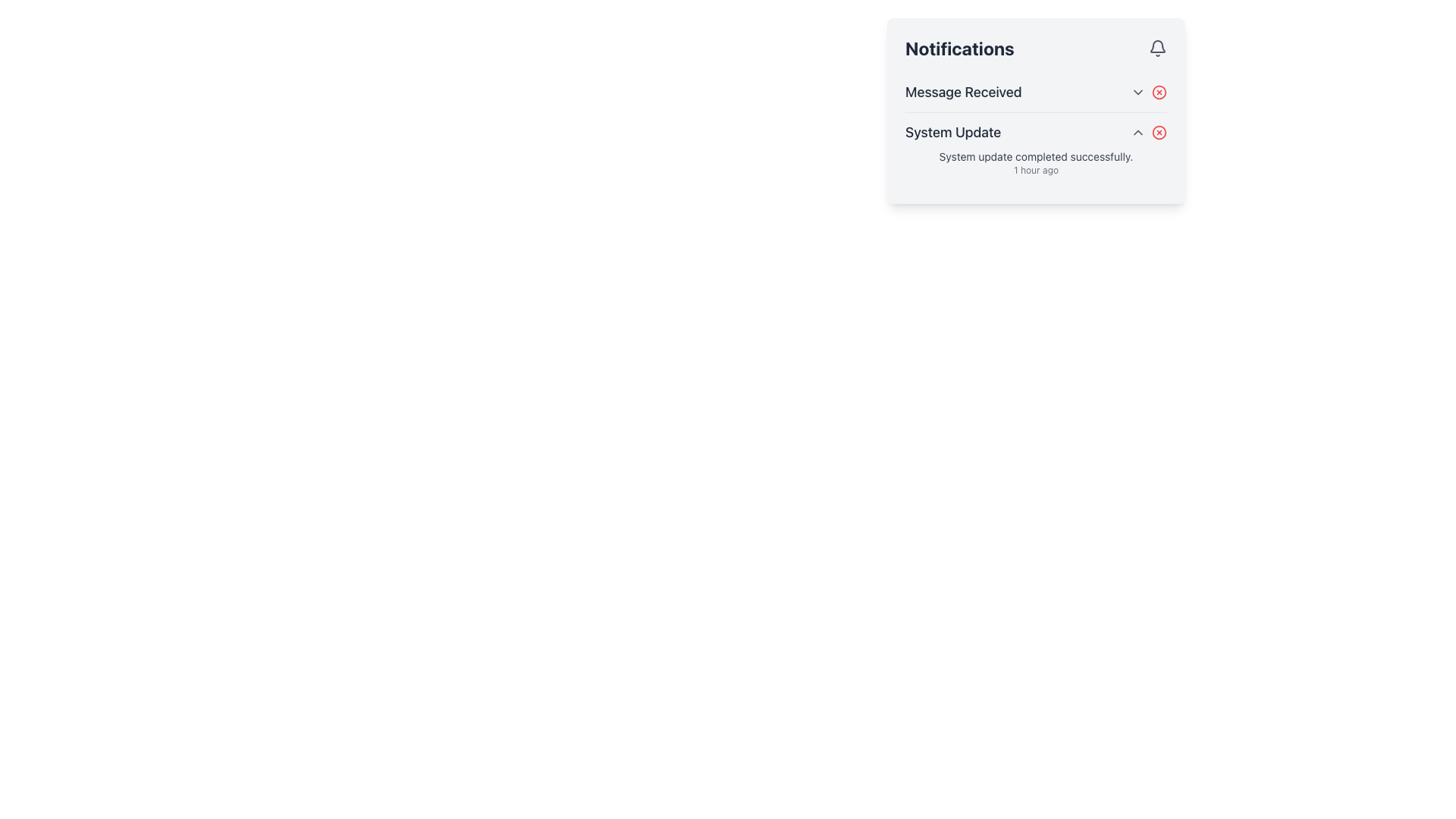 The height and width of the screenshot is (819, 1456). What do you see at coordinates (1035, 93) in the screenshot?
I see `the interactive icons of the notification entry component located at the top of the notification list` at bounding box center [1035, 93].